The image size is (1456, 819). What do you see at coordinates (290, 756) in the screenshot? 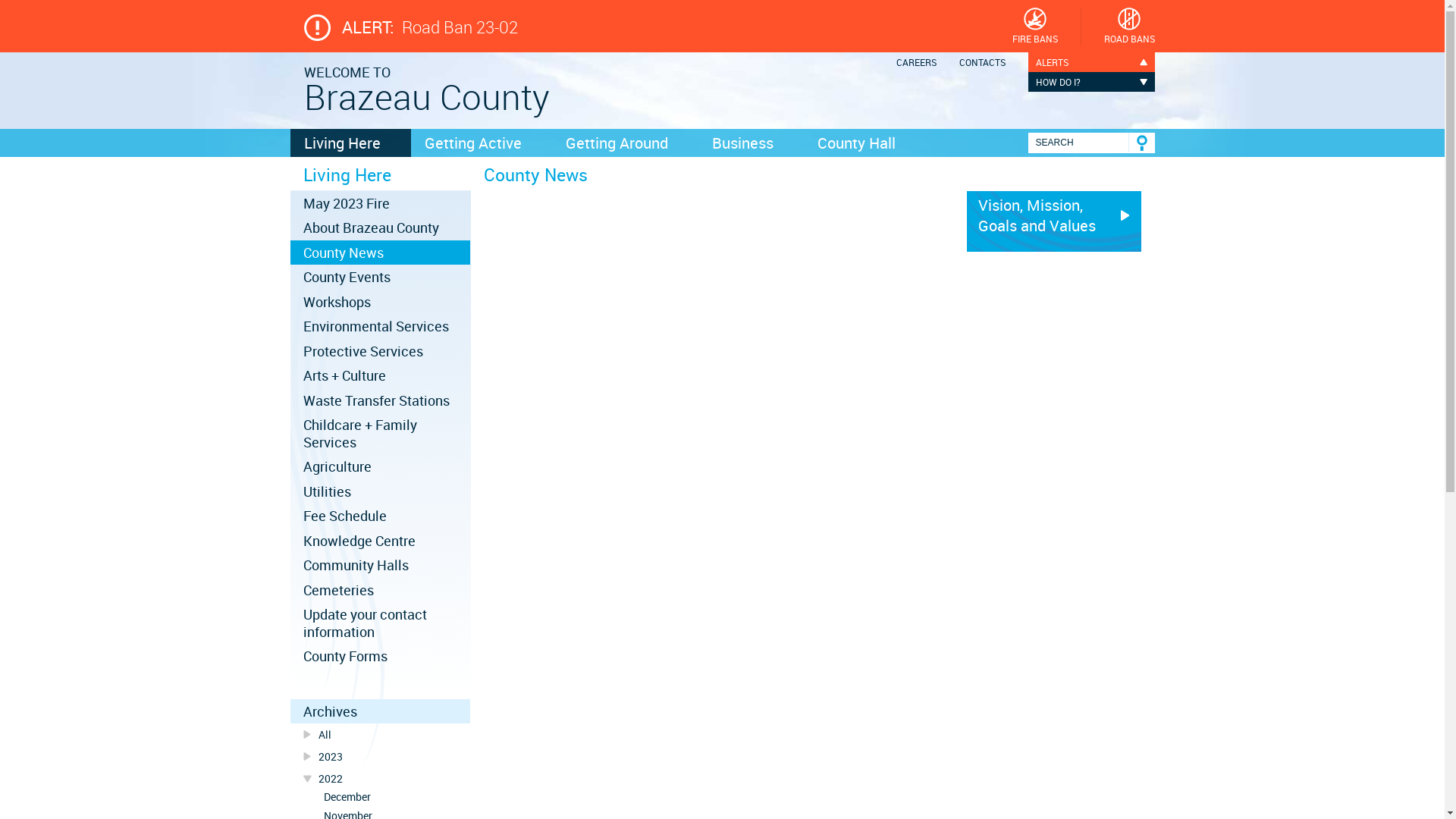
I see `'2023'` at bounding box center [290, 756].